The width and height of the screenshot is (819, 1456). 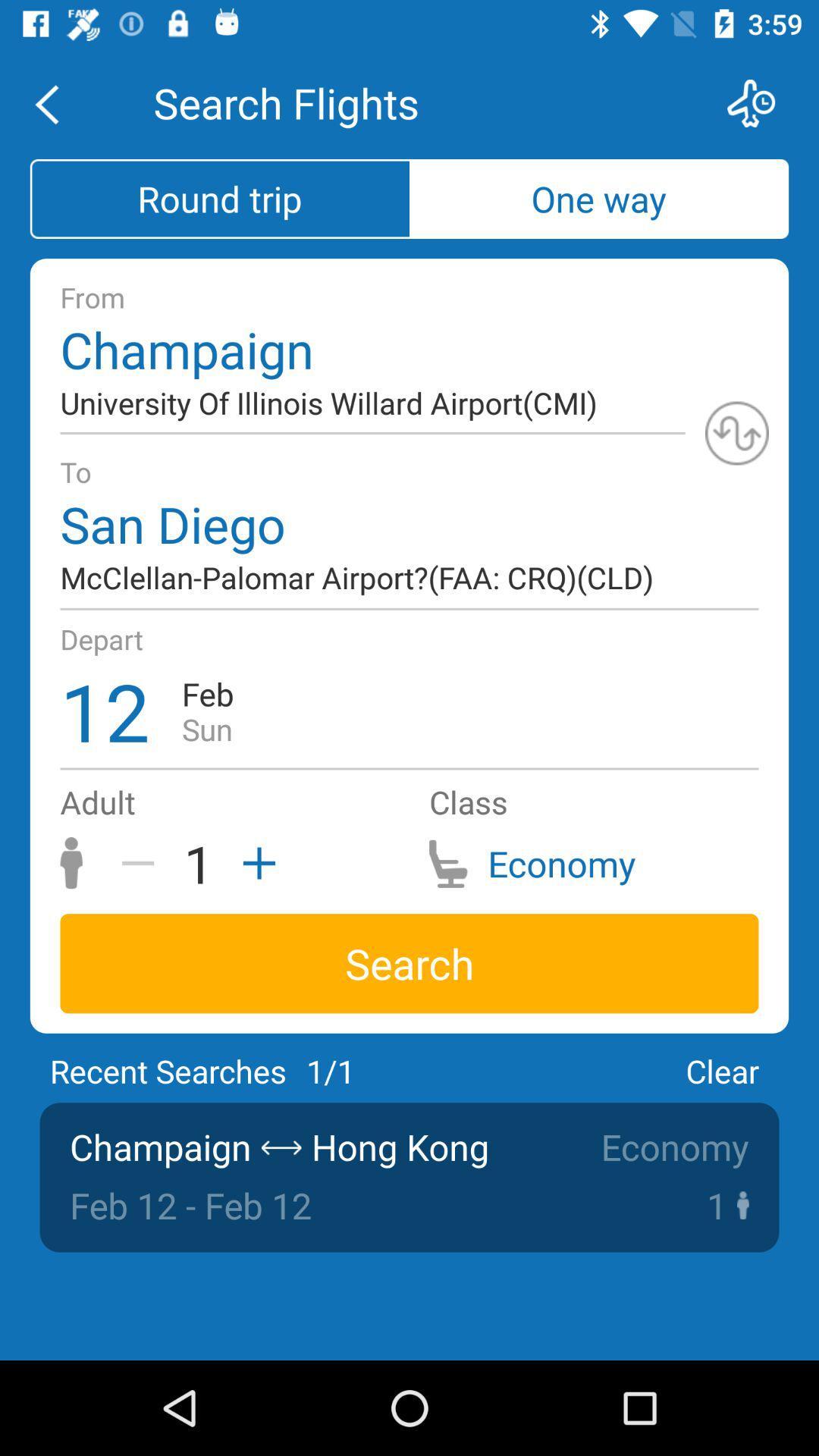 I want to click on book flight, so click(x=761, y=102).